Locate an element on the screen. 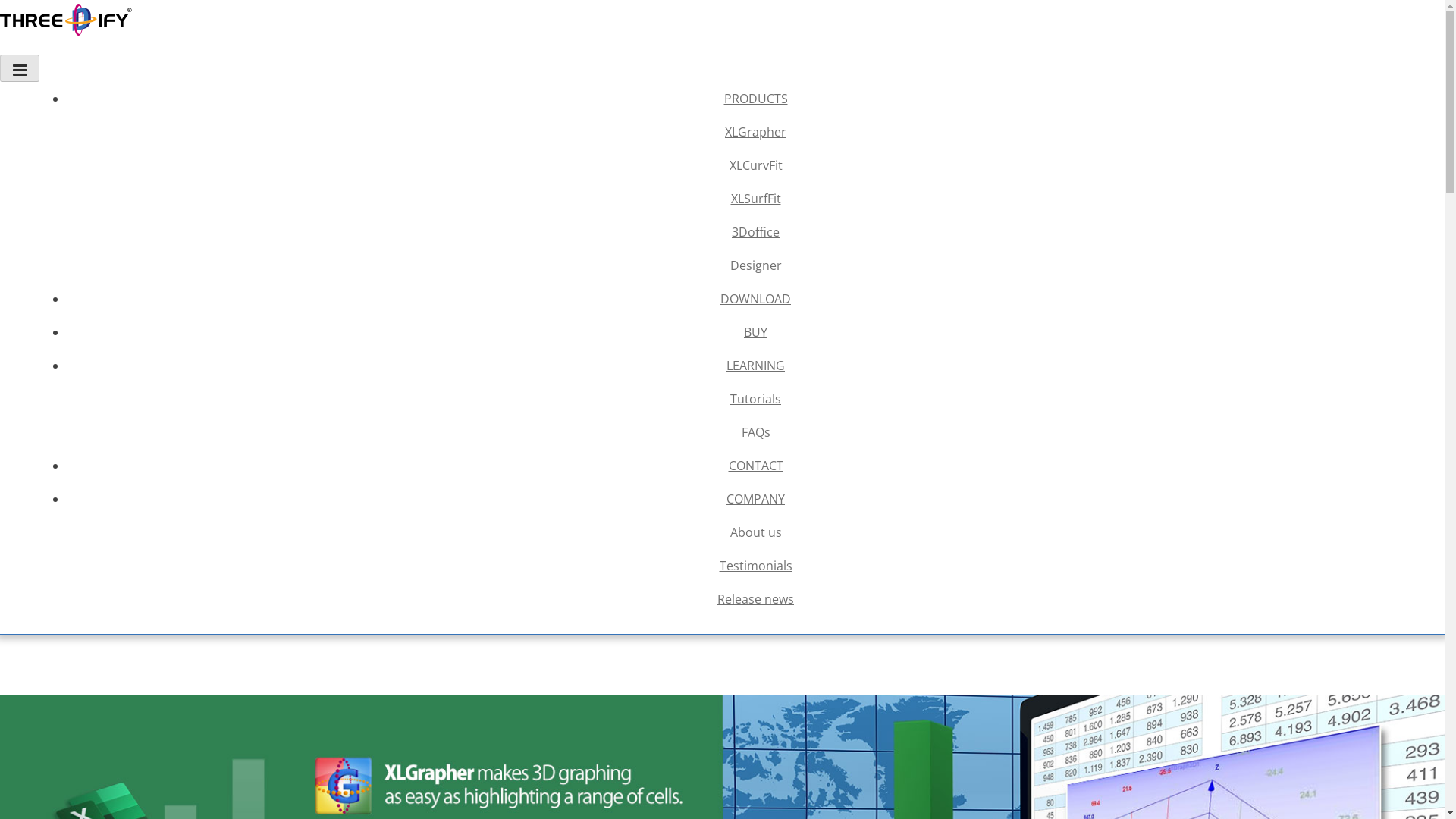 This screenshot has width=1456, height=819. 'Tutorials' is located at coordinates (69, 397).